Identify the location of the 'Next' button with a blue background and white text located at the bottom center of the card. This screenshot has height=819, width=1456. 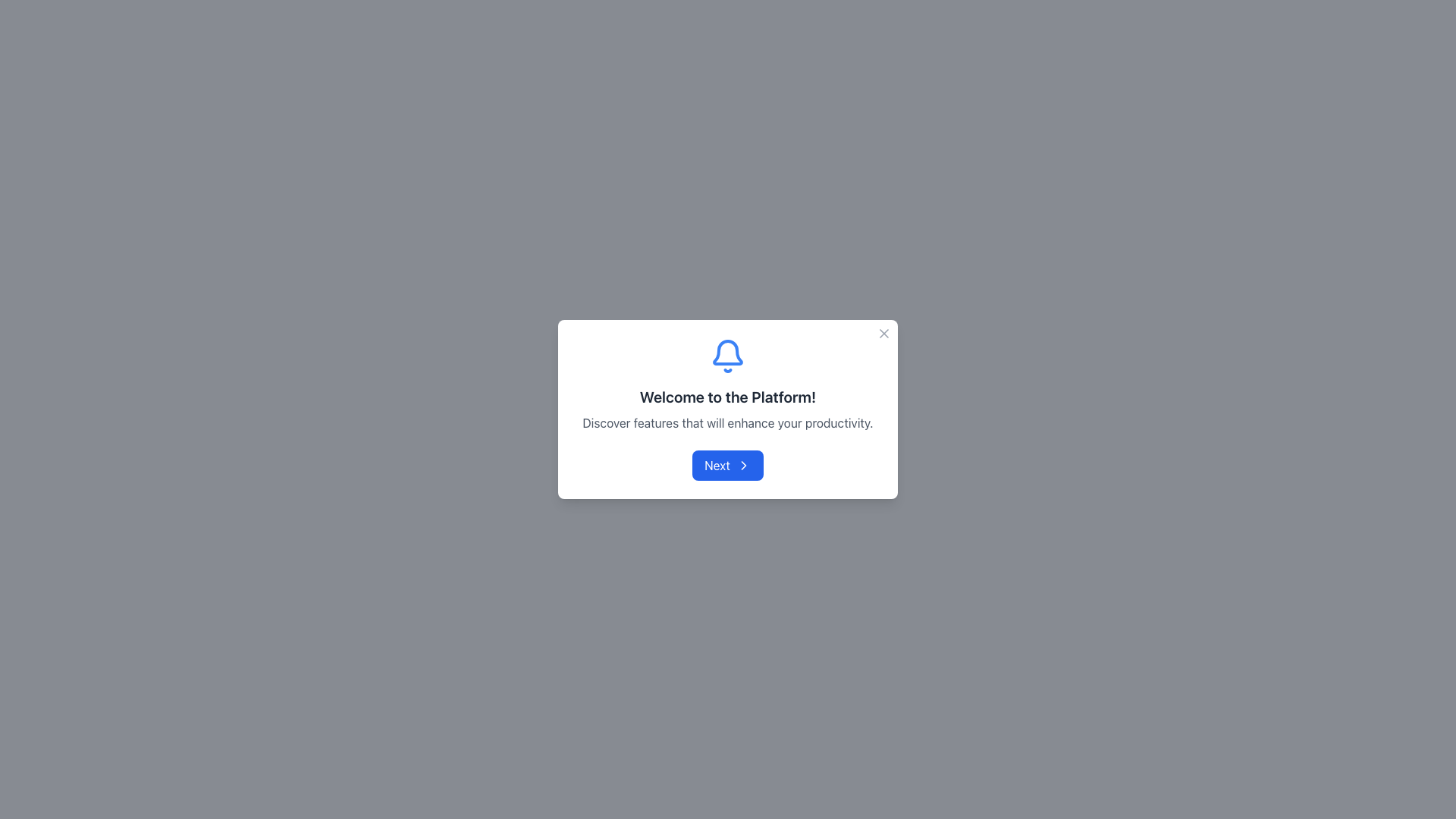
(728, 464).